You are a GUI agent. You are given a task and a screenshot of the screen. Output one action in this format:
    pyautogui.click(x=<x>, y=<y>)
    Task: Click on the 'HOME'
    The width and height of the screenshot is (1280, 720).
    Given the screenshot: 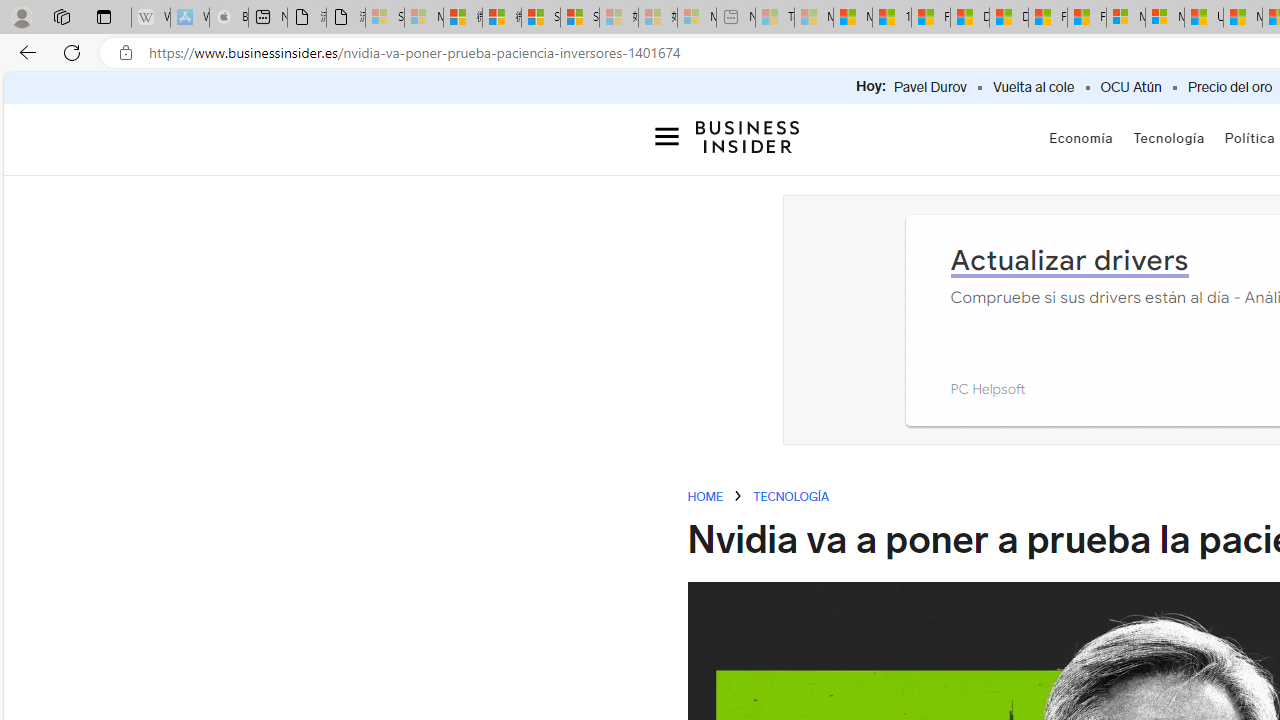 What is the action you would take?
    pyautogui.click(x=705, y=496)
    